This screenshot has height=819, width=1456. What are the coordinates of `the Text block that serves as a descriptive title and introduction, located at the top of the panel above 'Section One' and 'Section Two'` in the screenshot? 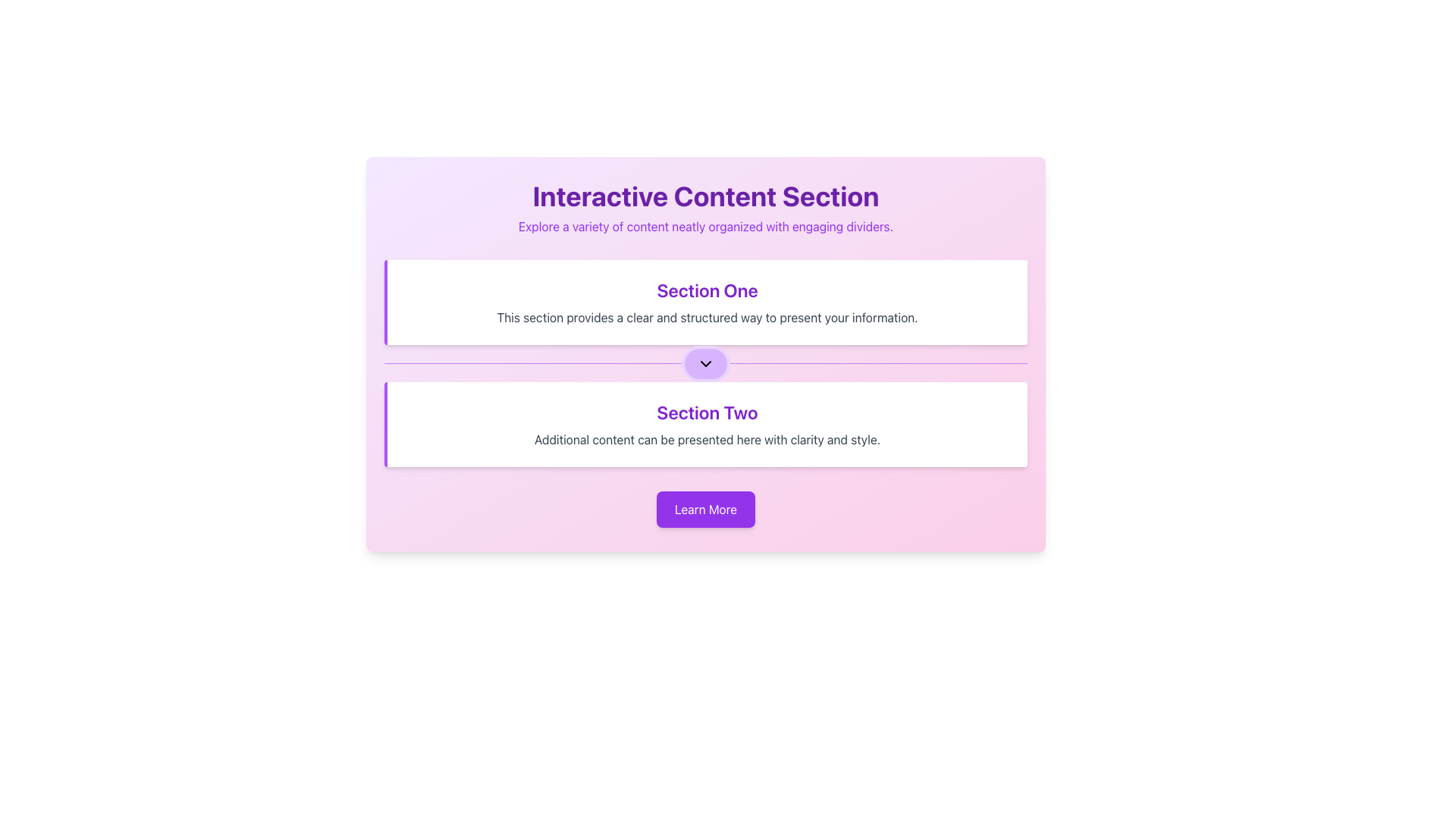 It's located at (705, 208).